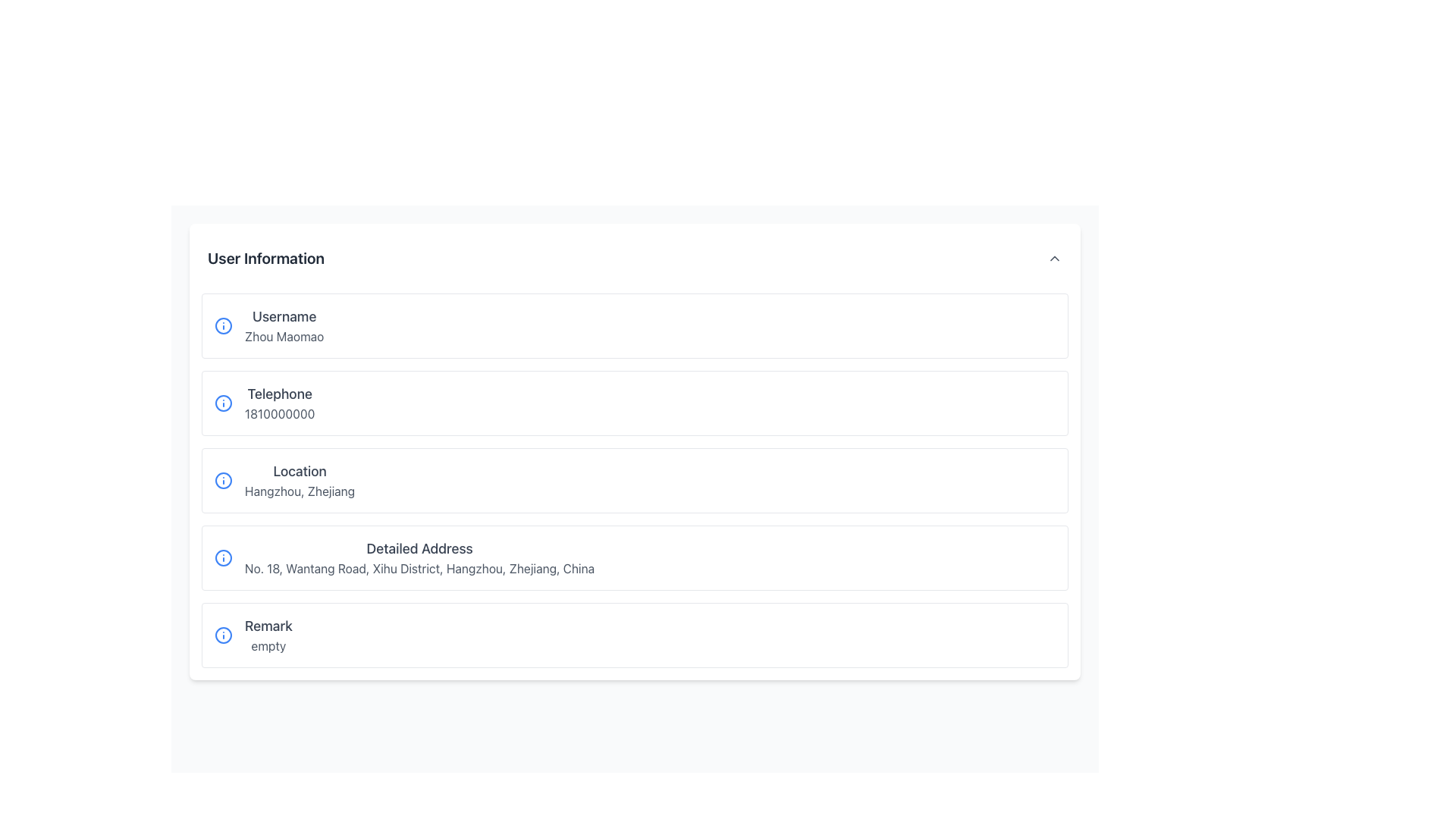 The image size is (1456, 819). What do you see at coordinates (222, 635) in the screenshot?
I see `the blue stroked circular icon representing information, located to the left of the 'Remark' section in the 'User Information' card` at bounding box center [222, 635].